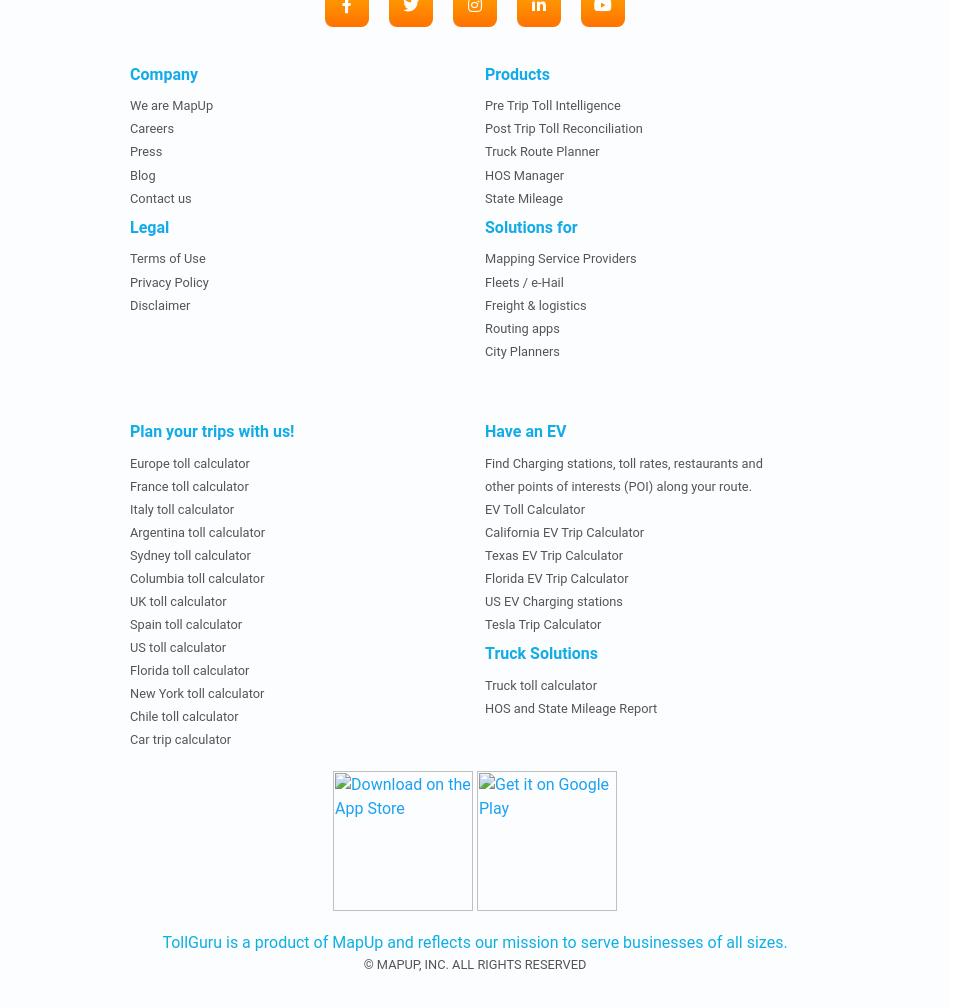 Image resolution: width=965 pixels, height=1008 pixels. Describe the element at coordinates (540, 652) in the screenshot. I see `'Truck Solutions'` at that location.